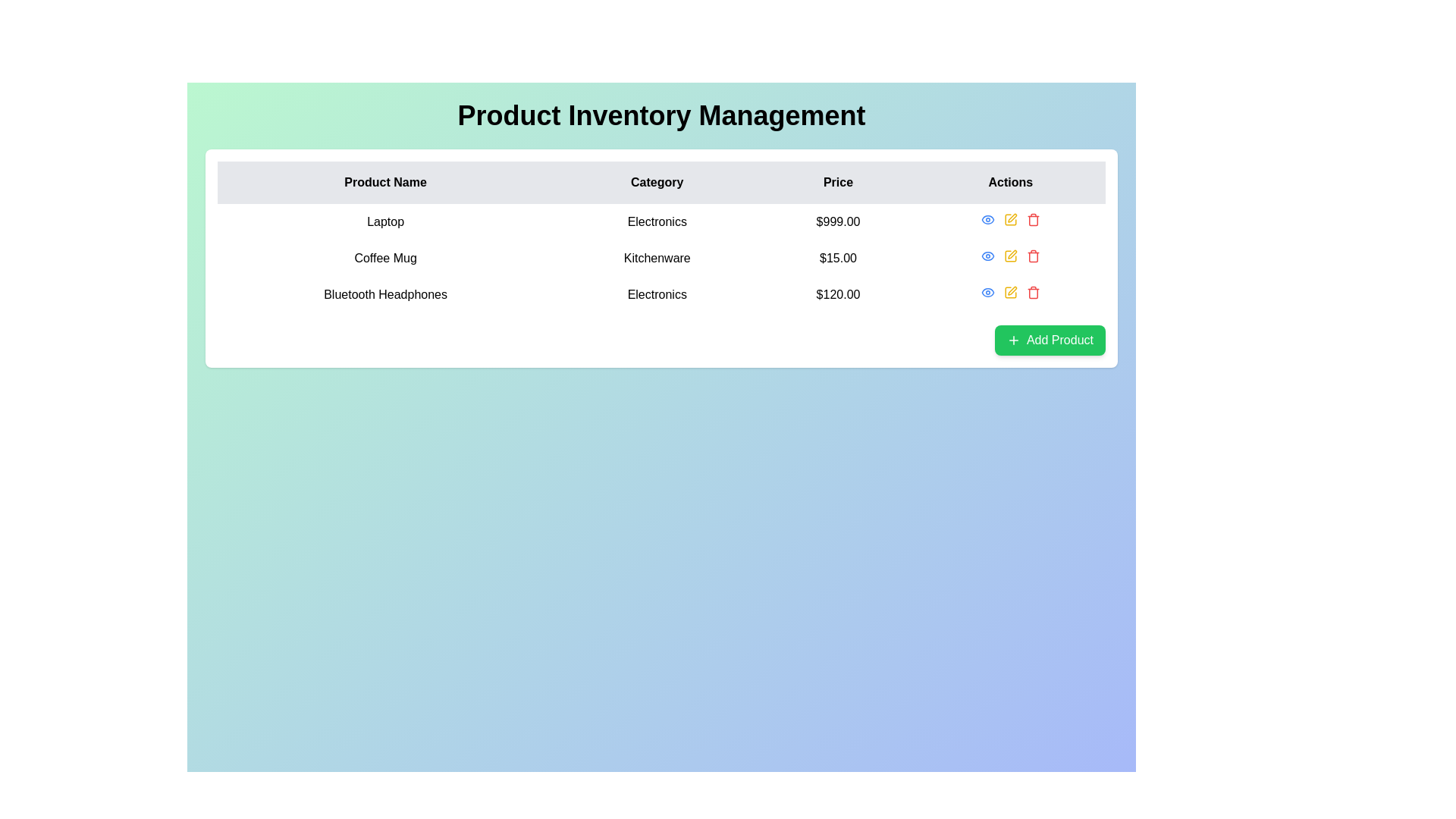  I want to click on the Table Header Row which includes the labels 'Product Name', 'Category', 'Price', and 'Actions', so click(661, 181).